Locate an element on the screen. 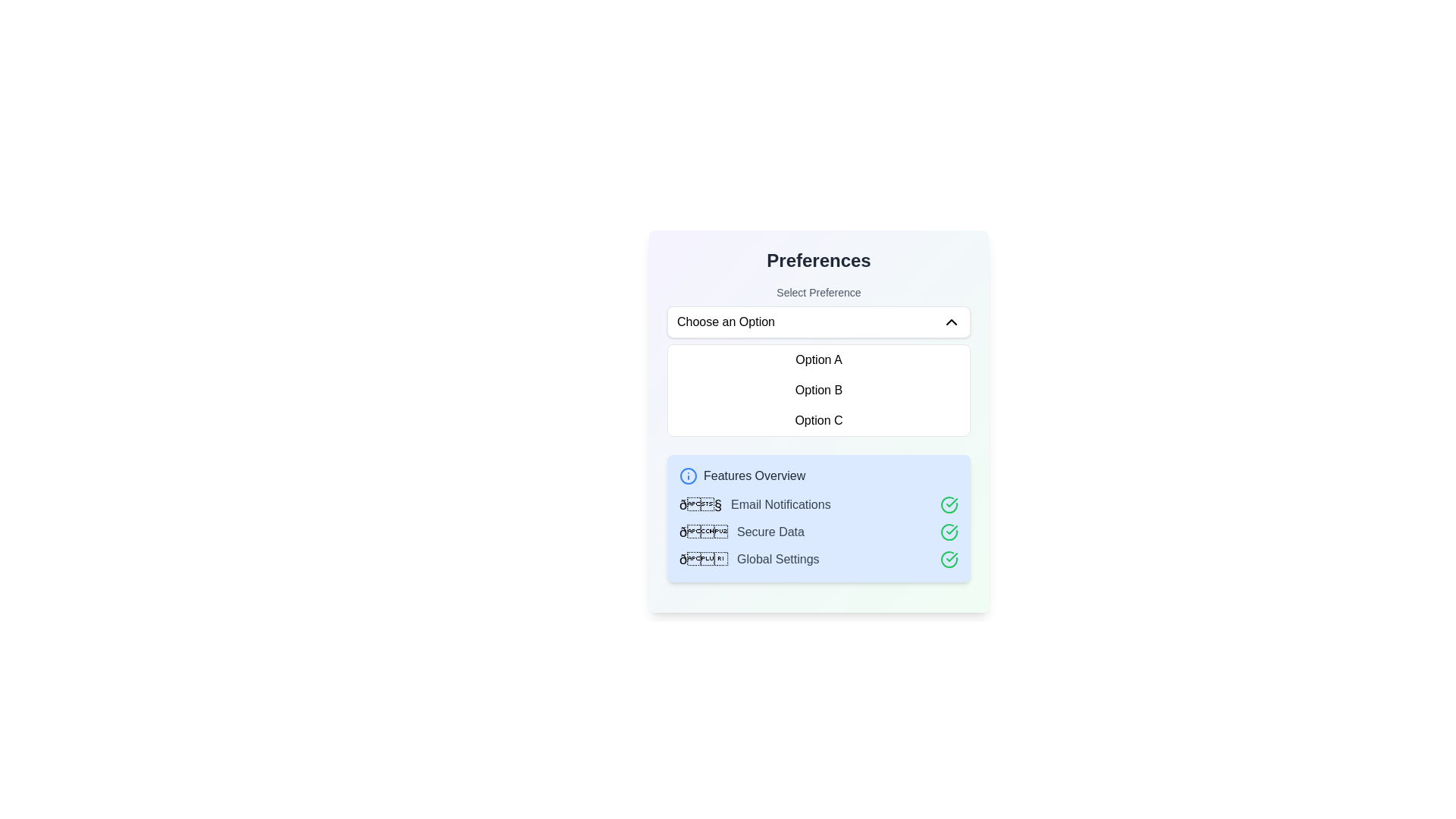  the circular green outlined icon with a checkmark inside, located in the last column of the 'Email Notifications' row in the 'Features Overview' section is located at coordinates (949, 505).